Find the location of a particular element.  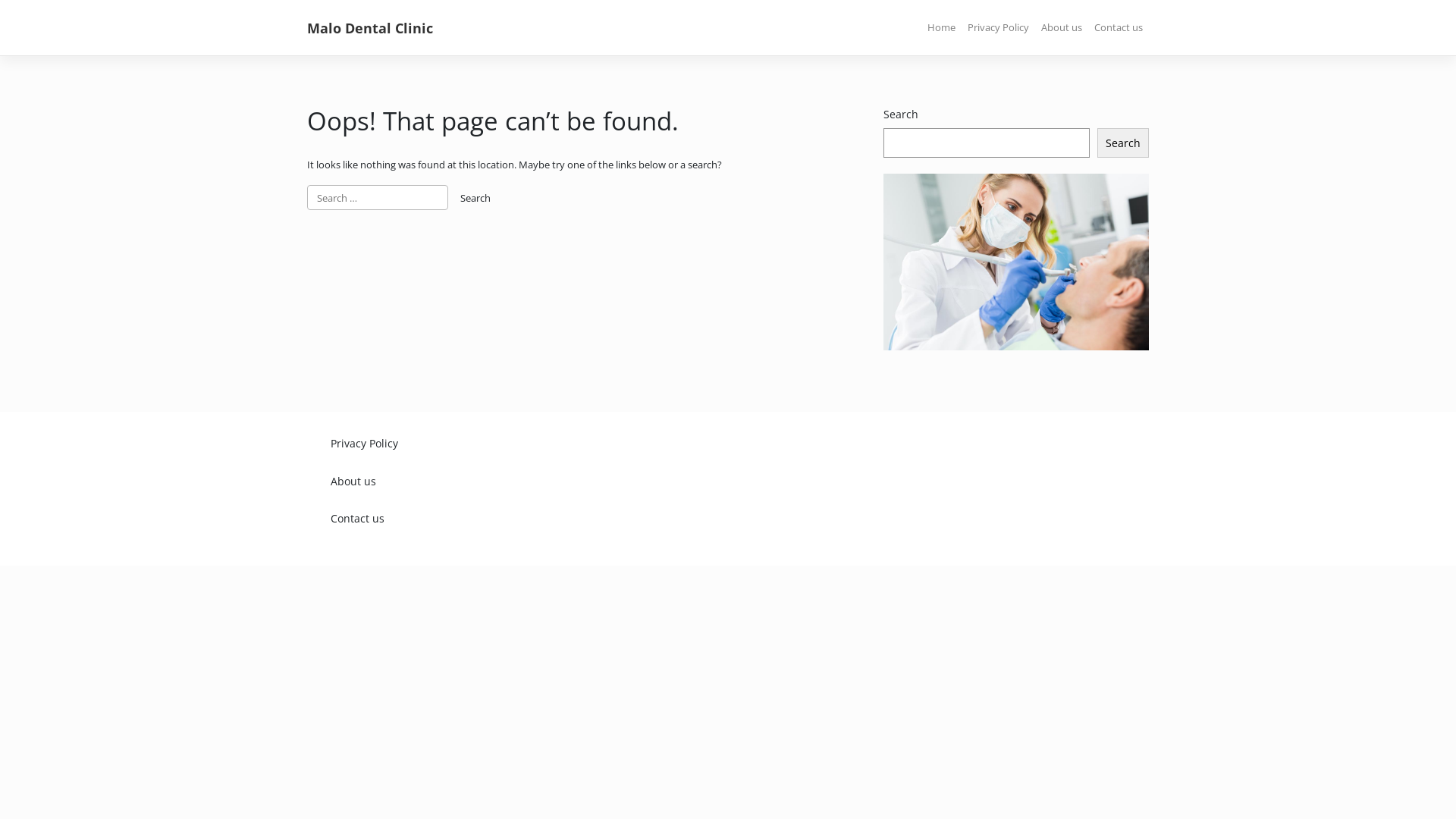

'Home' is located at coordinates (940, 28).